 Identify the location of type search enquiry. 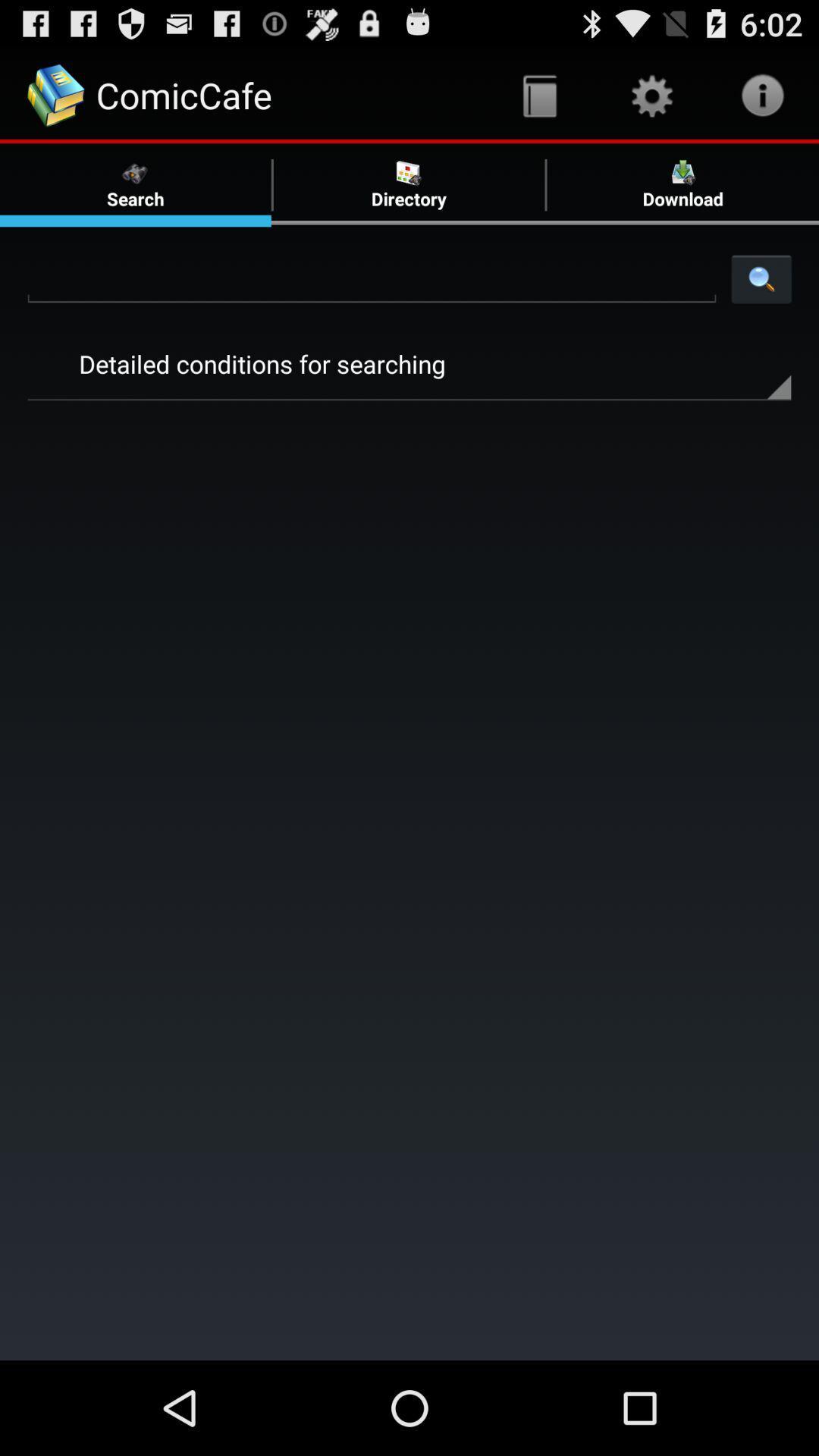
(372, 278).